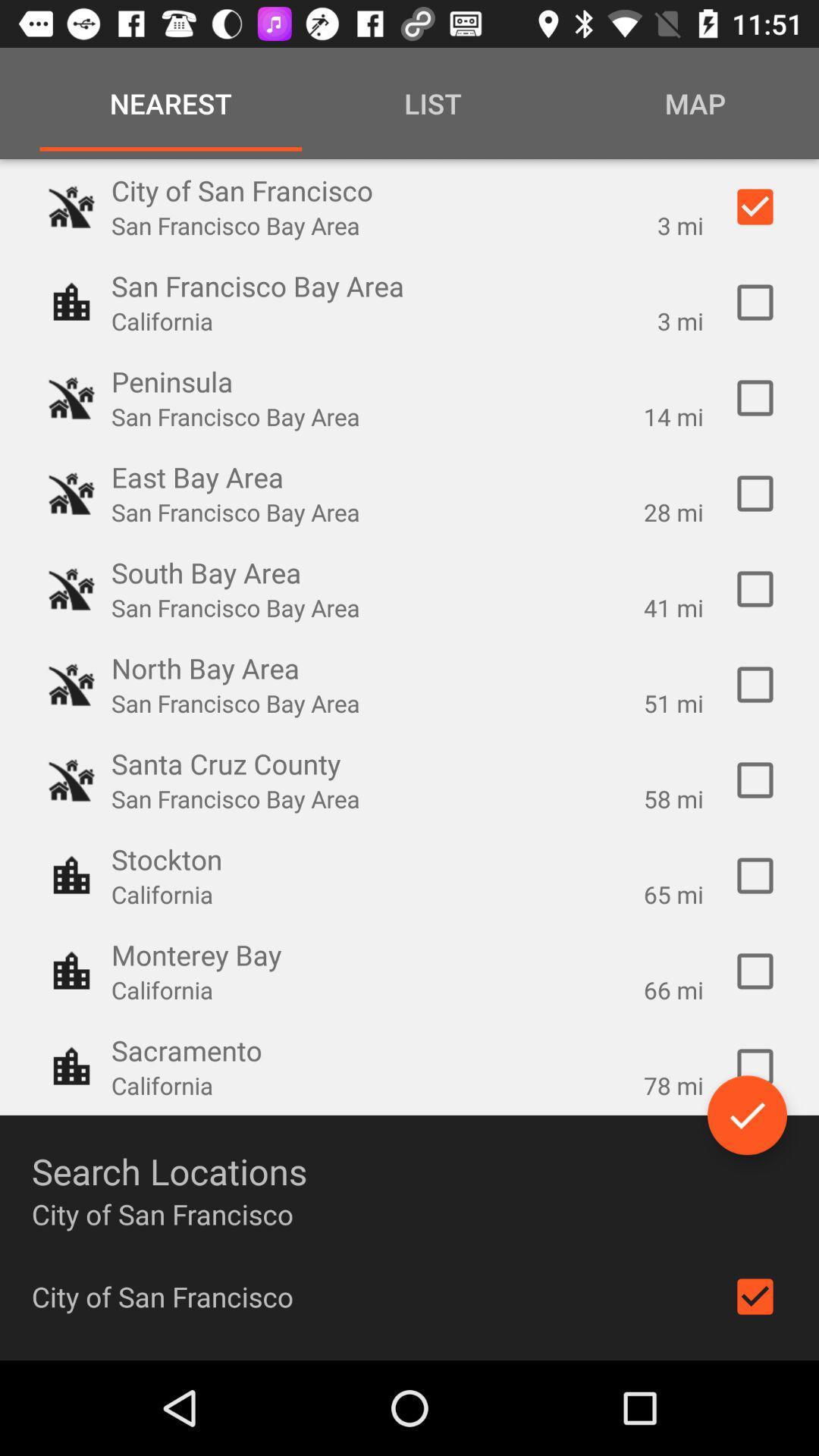 The image size is (819, 1456). I want to click on option, so click(755, 588).